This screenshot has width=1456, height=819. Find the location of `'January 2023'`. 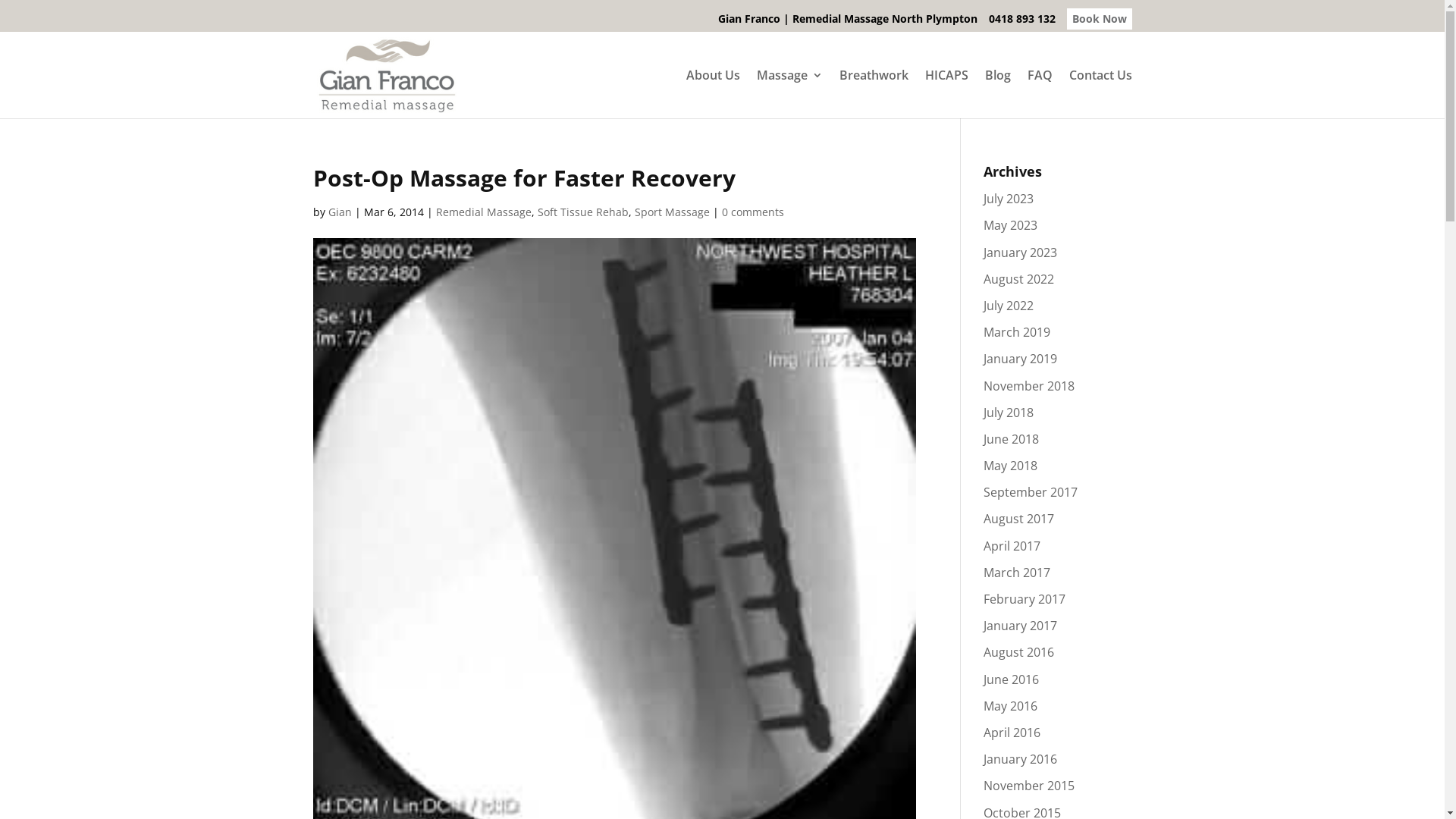

'January 2023' is located at coordinates (983, 251).